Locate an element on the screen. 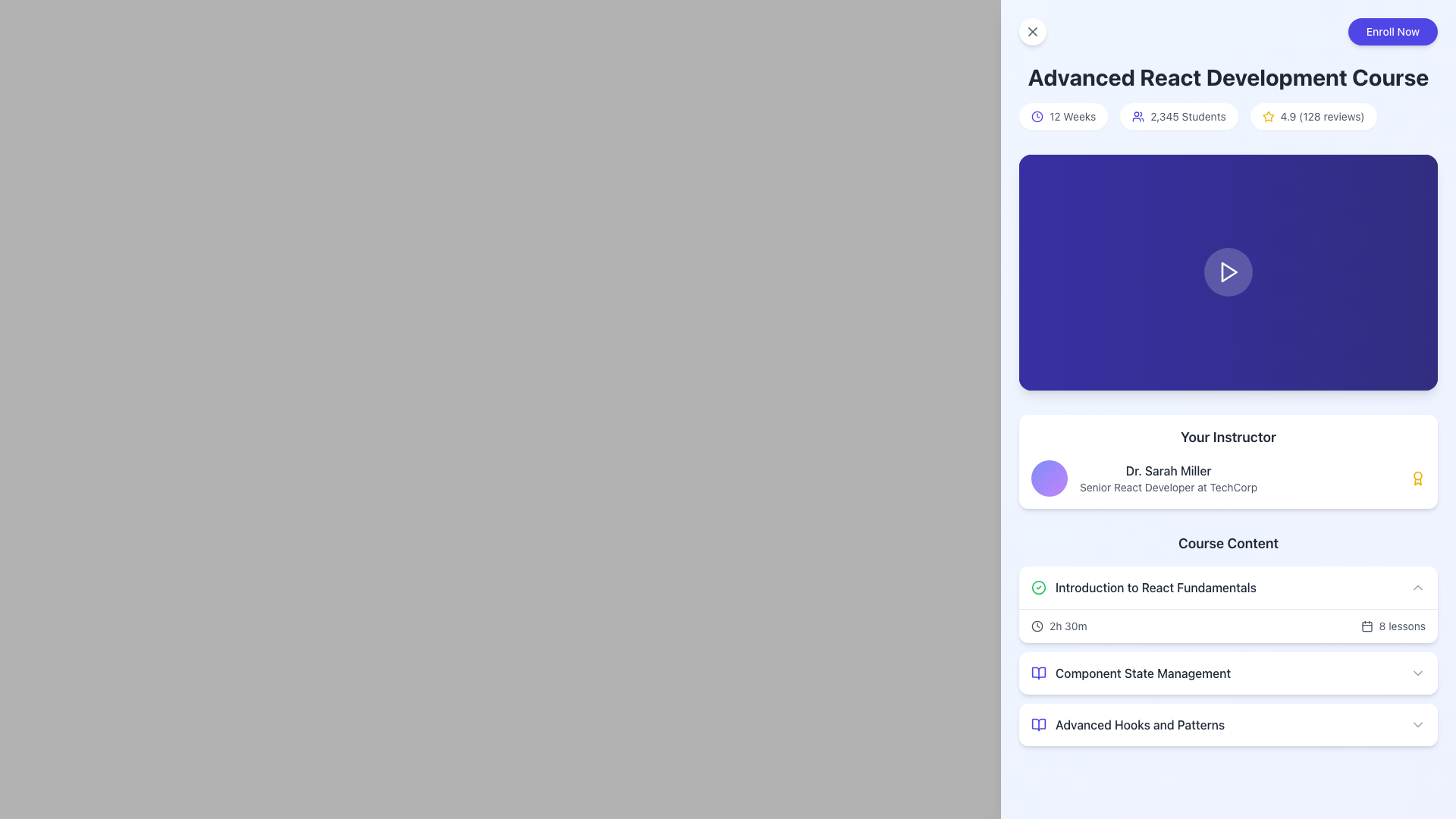  the Text label displaying the instructor's name, located near the center-right of the card, above the subtitle 'Senior React Developer at TechCorp' is located at coordinates (1168, 469).